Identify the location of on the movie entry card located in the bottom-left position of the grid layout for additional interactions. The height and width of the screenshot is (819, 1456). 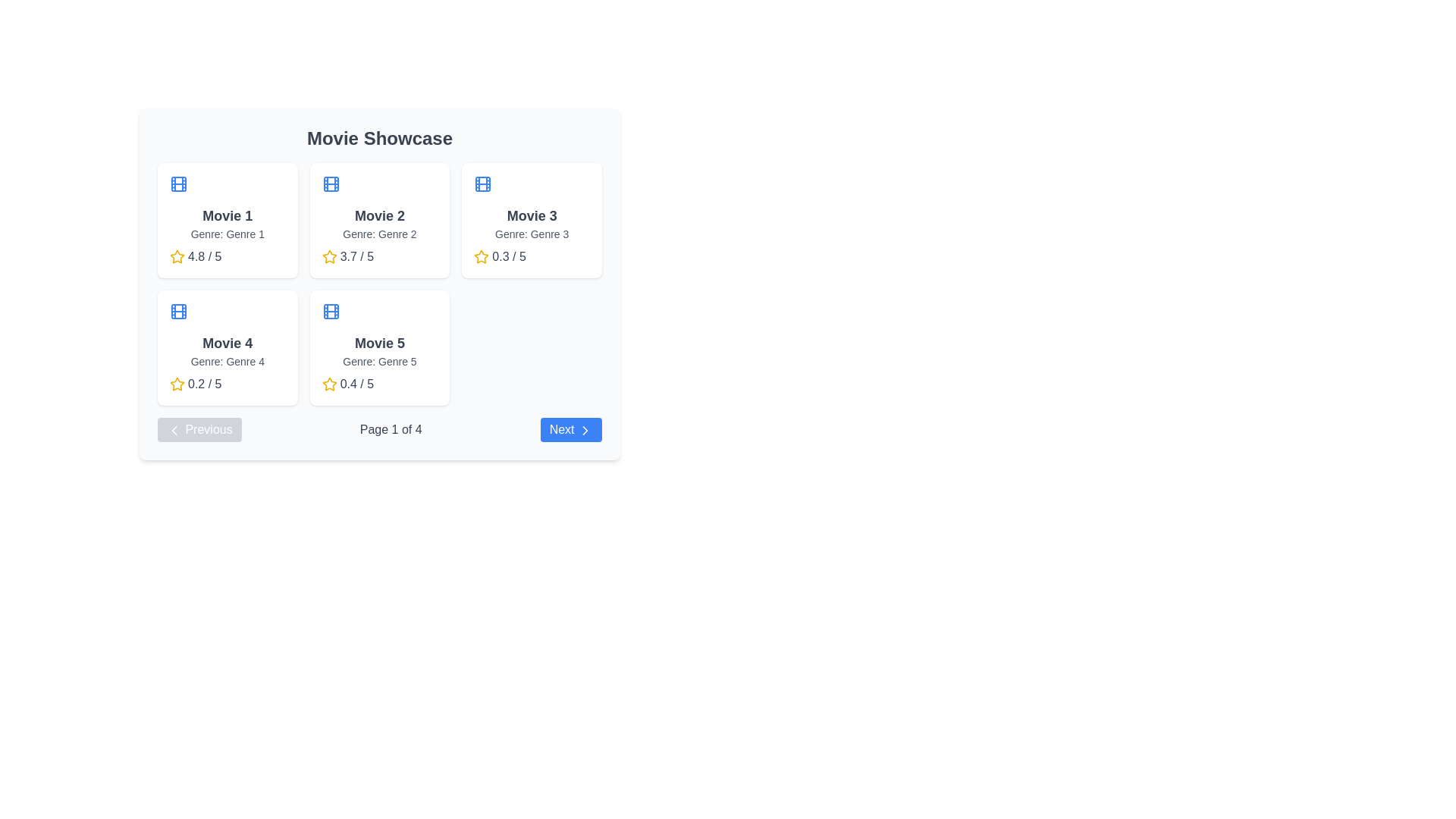
(226, 348).